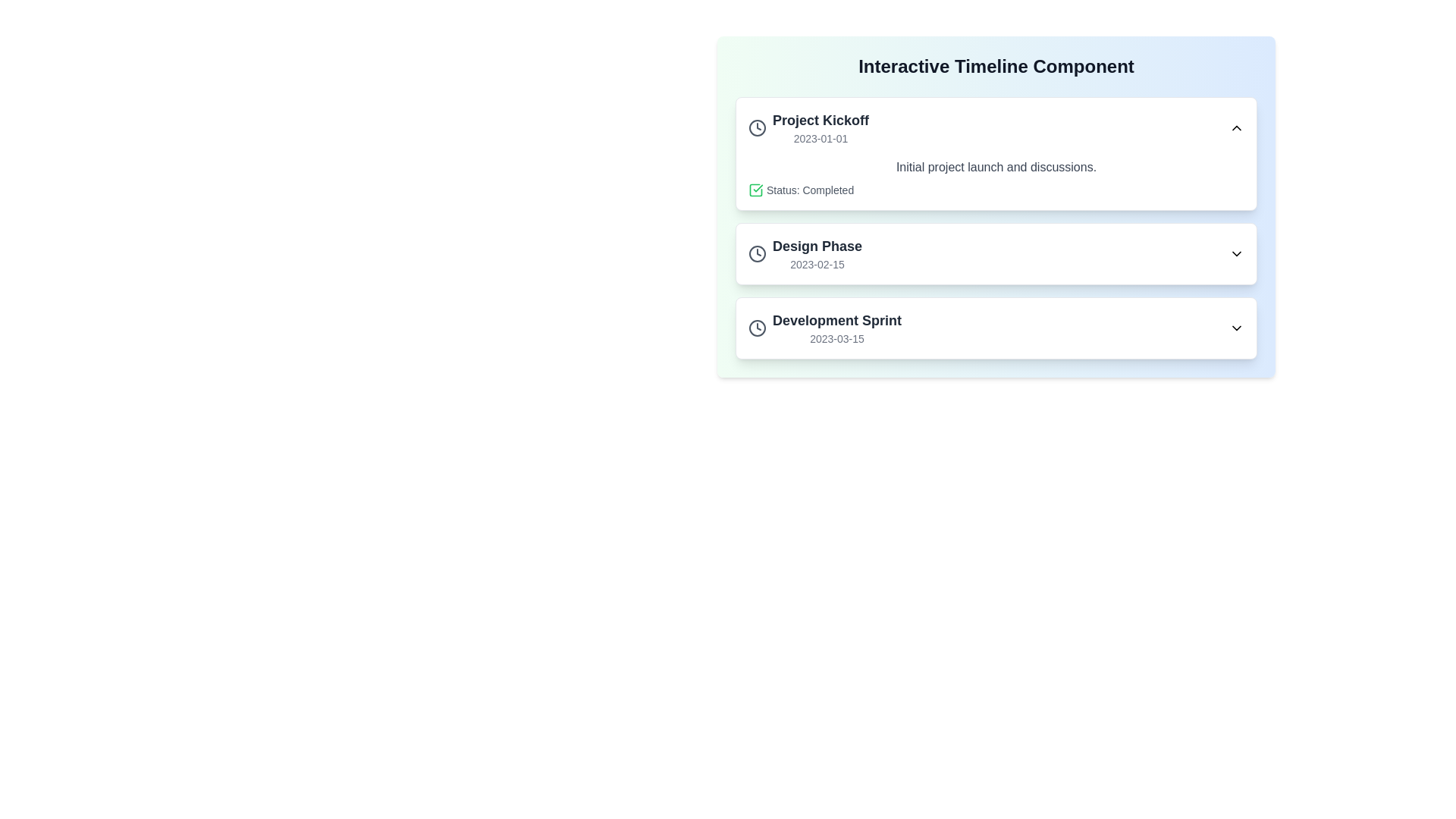 This screenshot has width=1456, height=819. Describe the element at coordinates (996, 154) in the screenshot. I see `the 'Project Kickoff' card in the 'Interactive Timeline Component' that provides details about the kickoff, its date, and its current status` at that location.